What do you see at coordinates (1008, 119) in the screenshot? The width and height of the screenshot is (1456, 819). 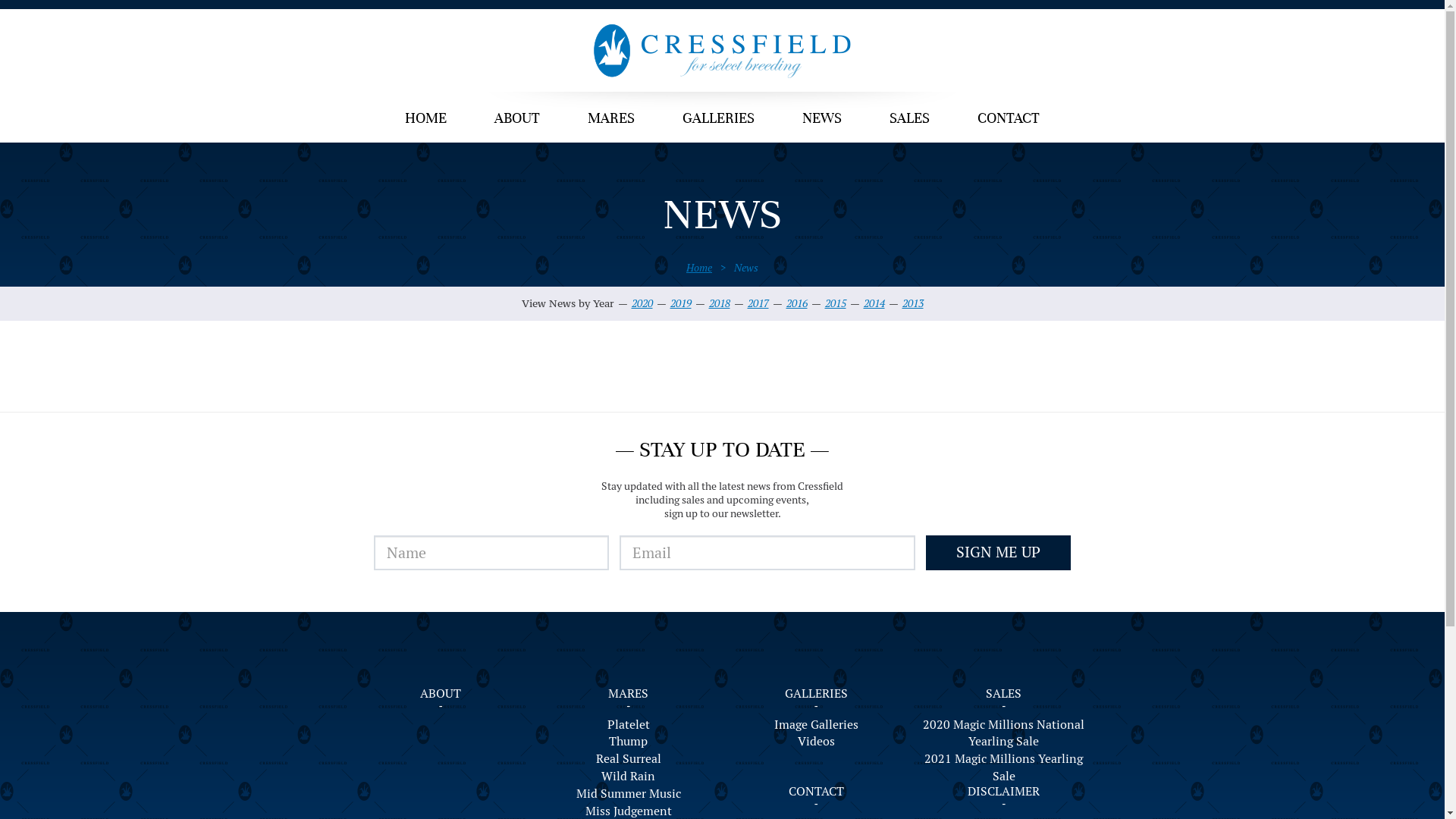 I see `'CONTACT'` at bounding box center [1008, 119].